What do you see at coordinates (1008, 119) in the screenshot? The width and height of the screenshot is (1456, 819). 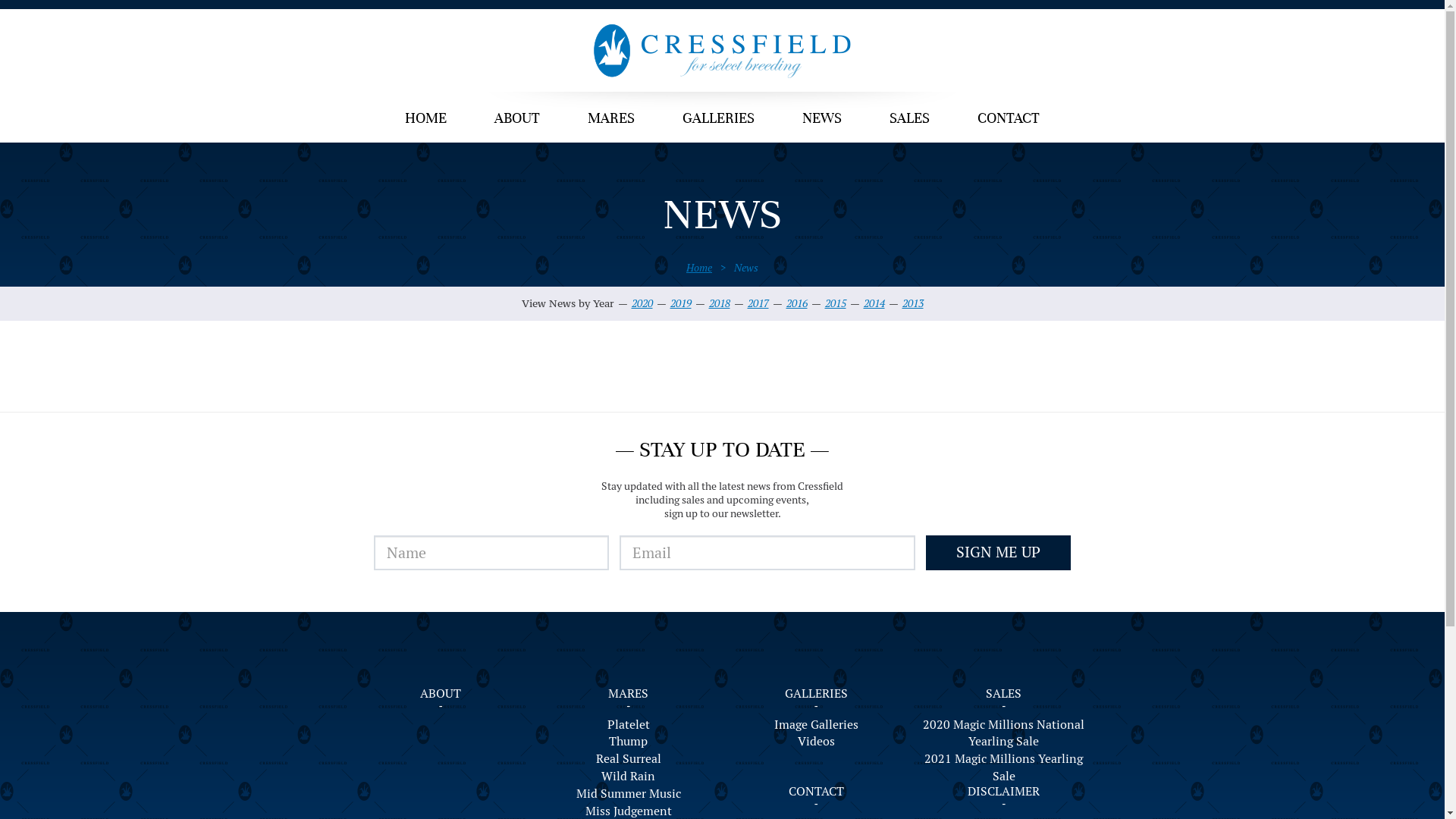 I see `'CONTACT'` at bounding box center [1008, 119].